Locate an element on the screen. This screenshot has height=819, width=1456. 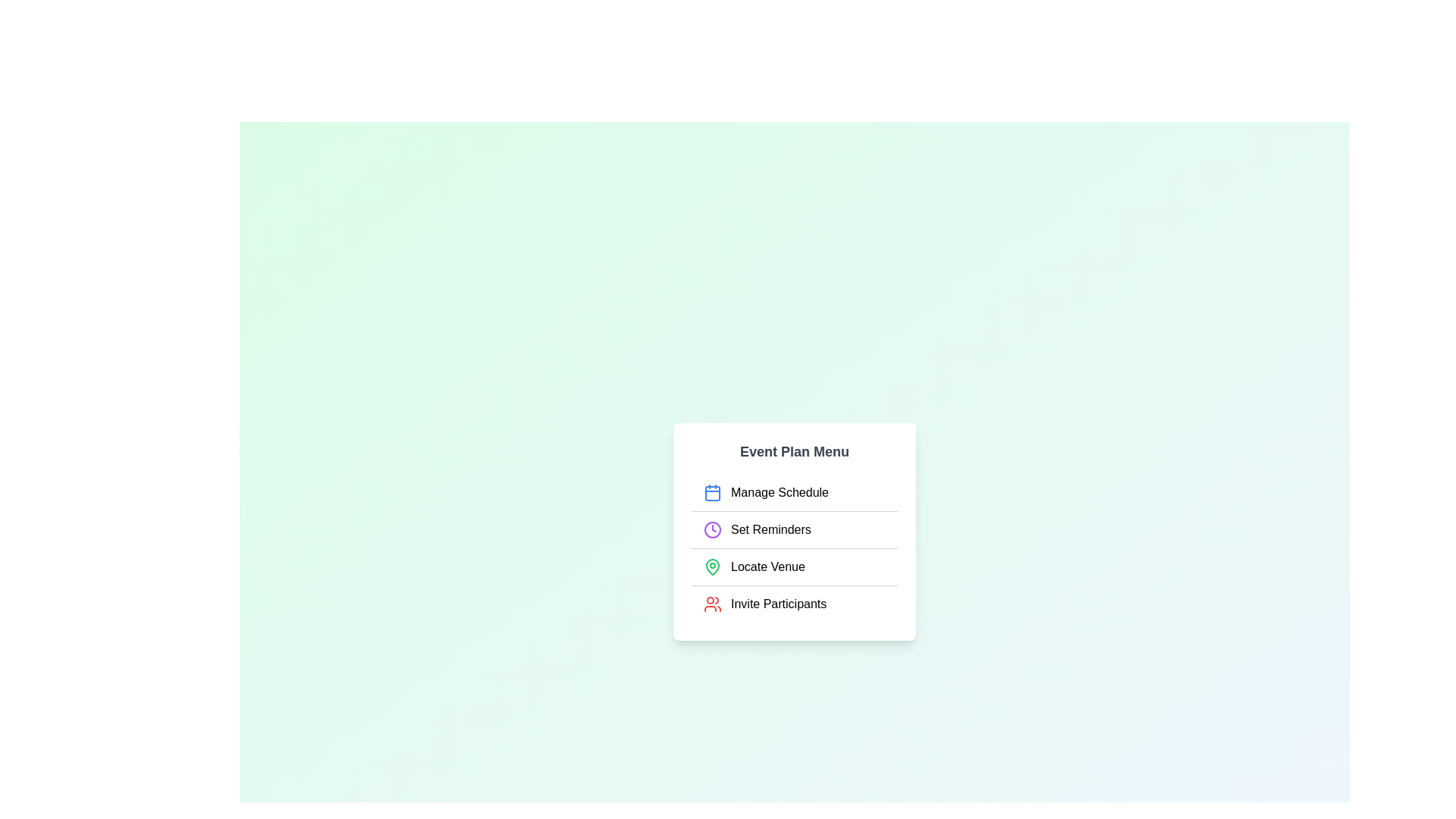
the menu item Set Reminders to perform its action is located at coordinates (793, 529).